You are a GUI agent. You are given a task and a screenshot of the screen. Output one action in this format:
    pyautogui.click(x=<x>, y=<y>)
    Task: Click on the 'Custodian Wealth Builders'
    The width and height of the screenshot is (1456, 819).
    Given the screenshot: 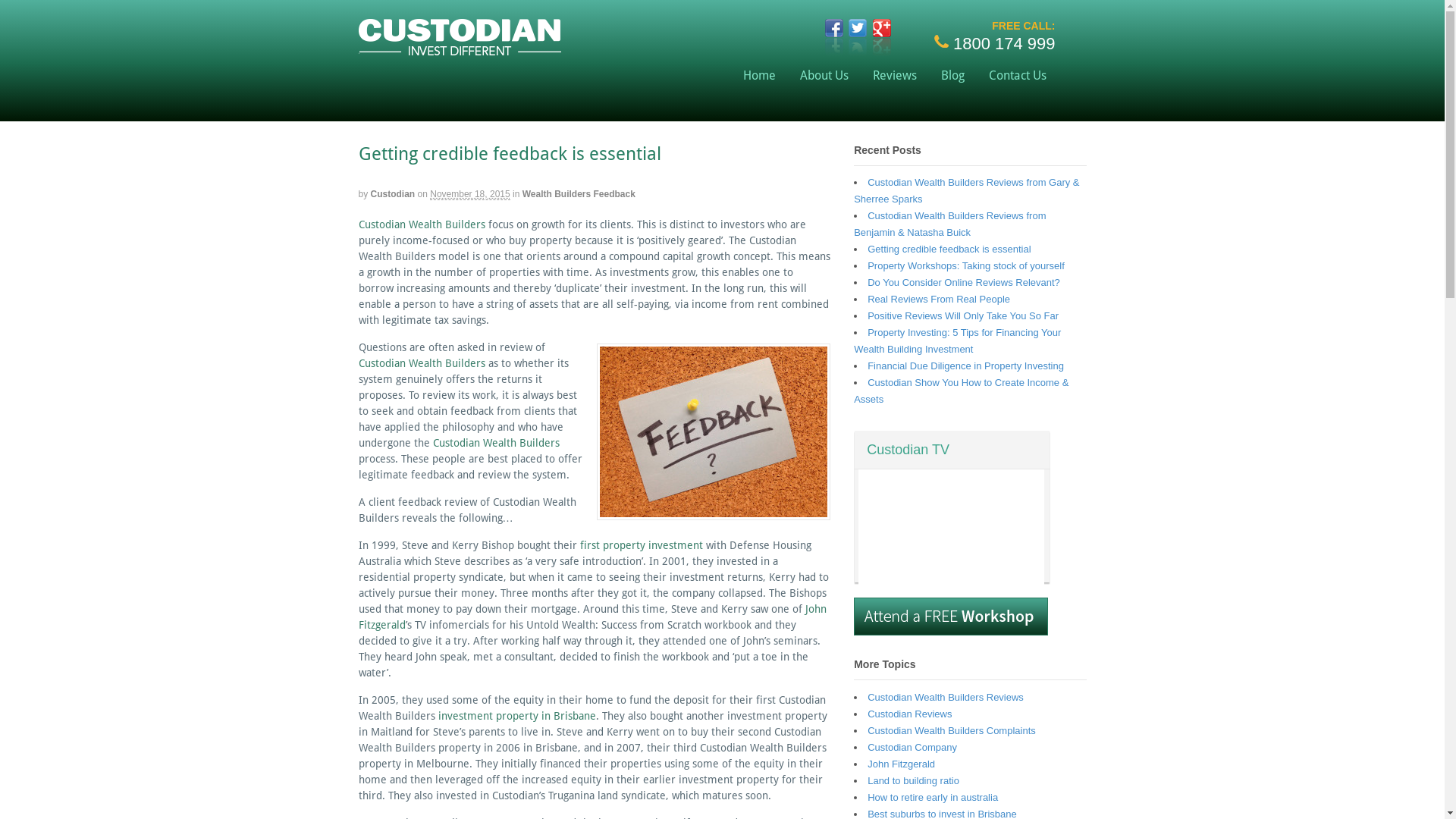 What is the action you would take?
    pyautogui.click(x=356, y=362)
    